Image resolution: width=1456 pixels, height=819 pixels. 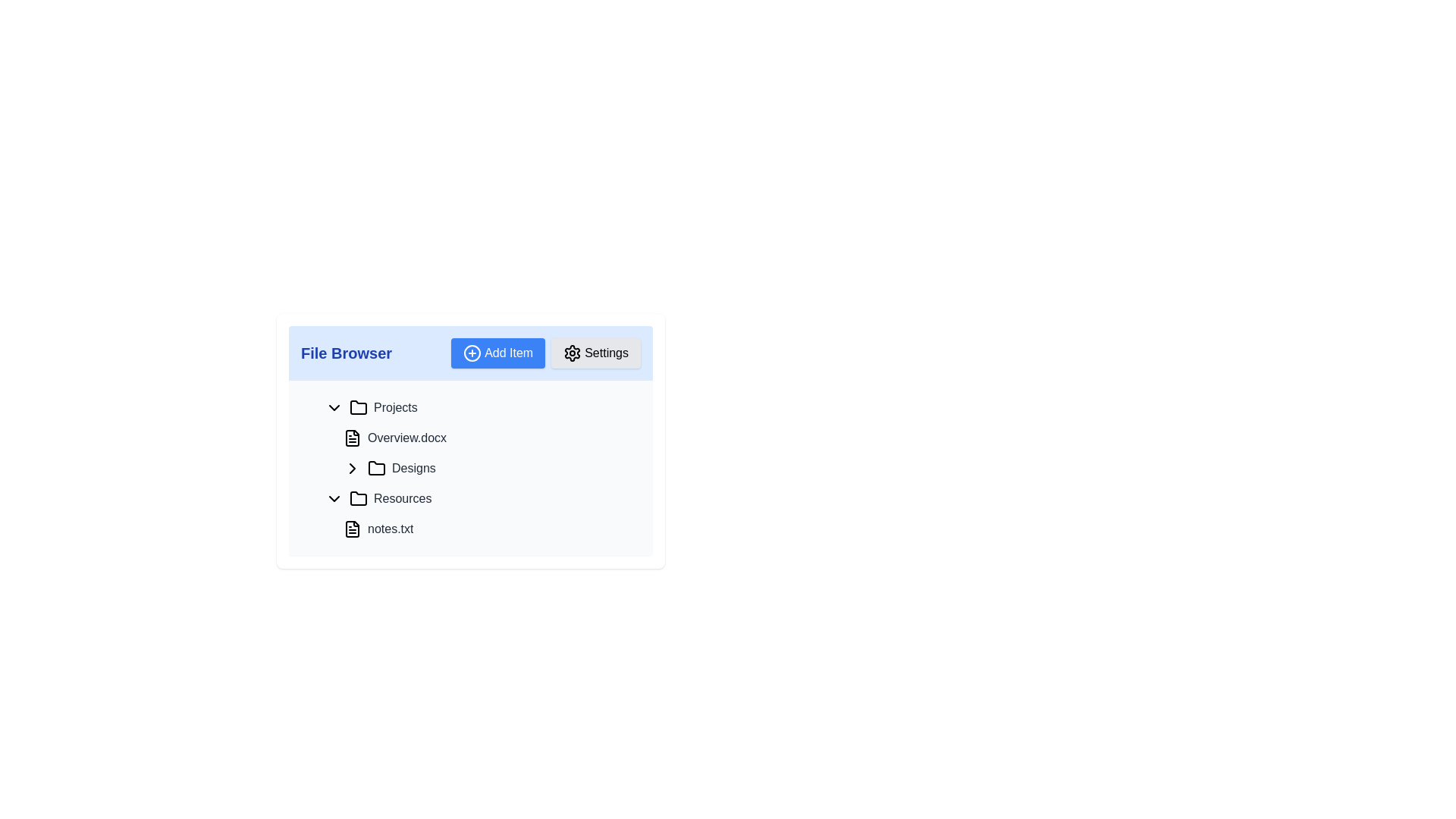 I want to click on the Chevron icon, so click(x=334, y=406).